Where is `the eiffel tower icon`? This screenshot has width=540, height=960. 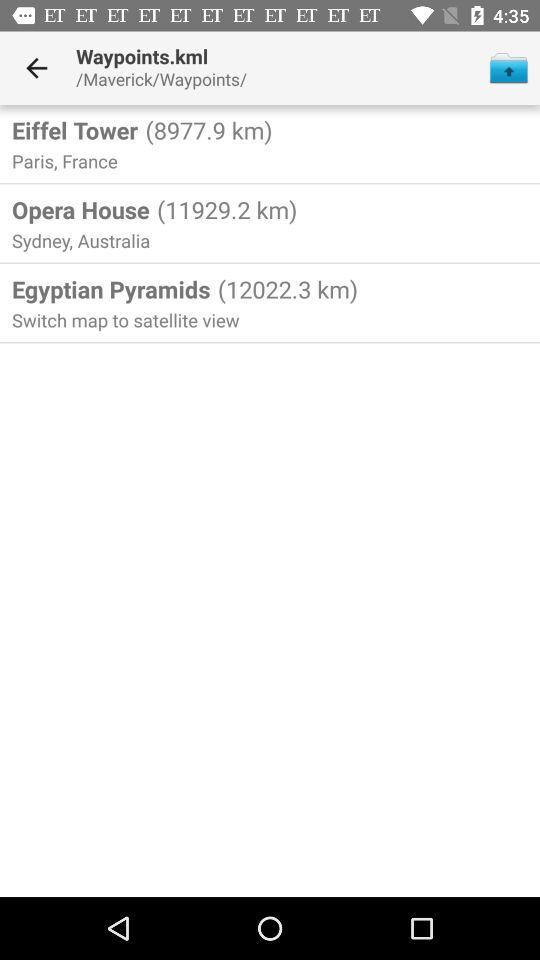
the eiffel tower icon is located at coordinates (74, 129).